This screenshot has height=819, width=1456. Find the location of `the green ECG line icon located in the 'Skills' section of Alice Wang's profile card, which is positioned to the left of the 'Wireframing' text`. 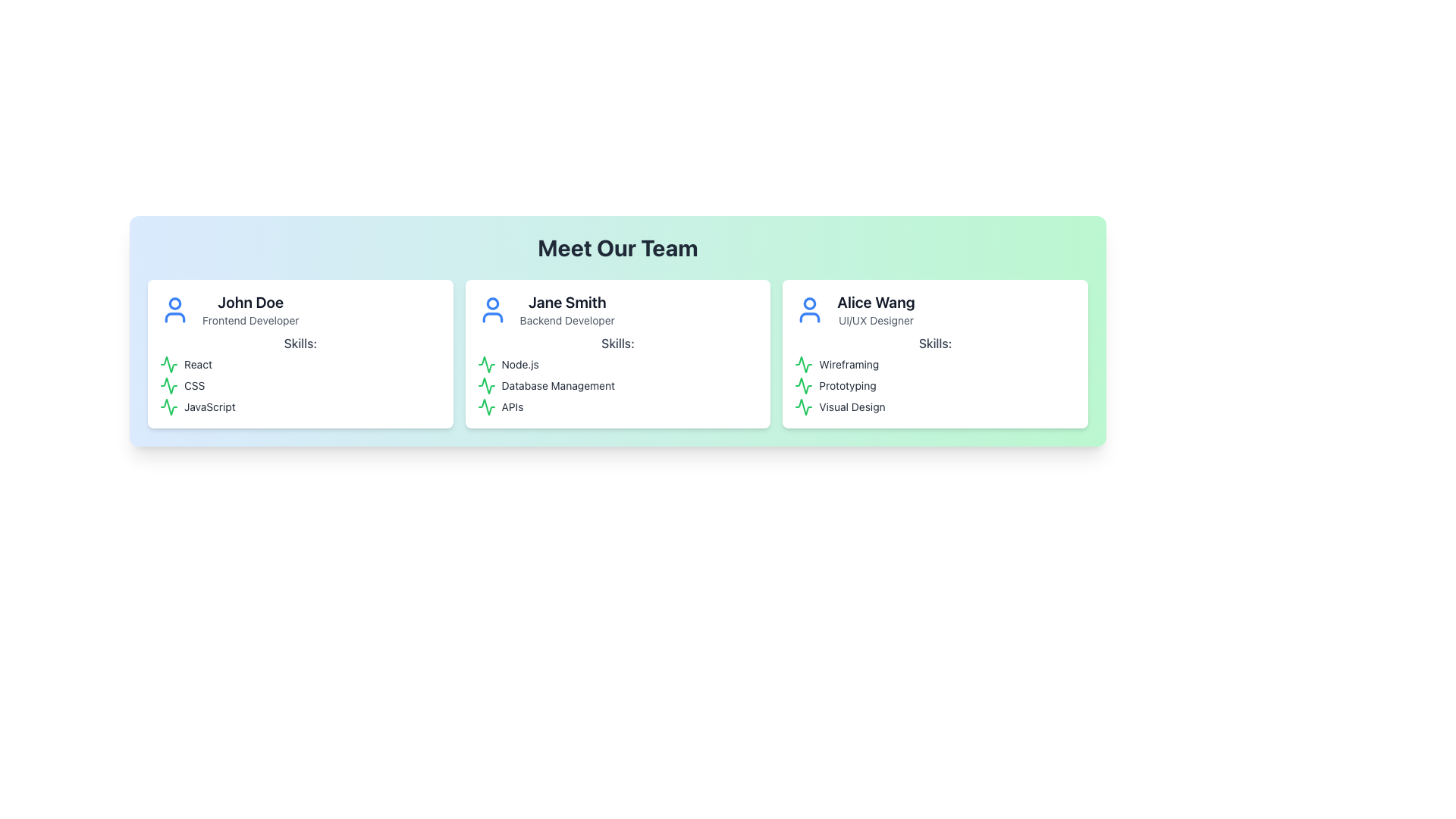

the green ECG line icon located in the 'Skills' section of Alice Wang's profile card, which is positioned to the left of the 'Wireframing' text is located at coordinates (803, 365).